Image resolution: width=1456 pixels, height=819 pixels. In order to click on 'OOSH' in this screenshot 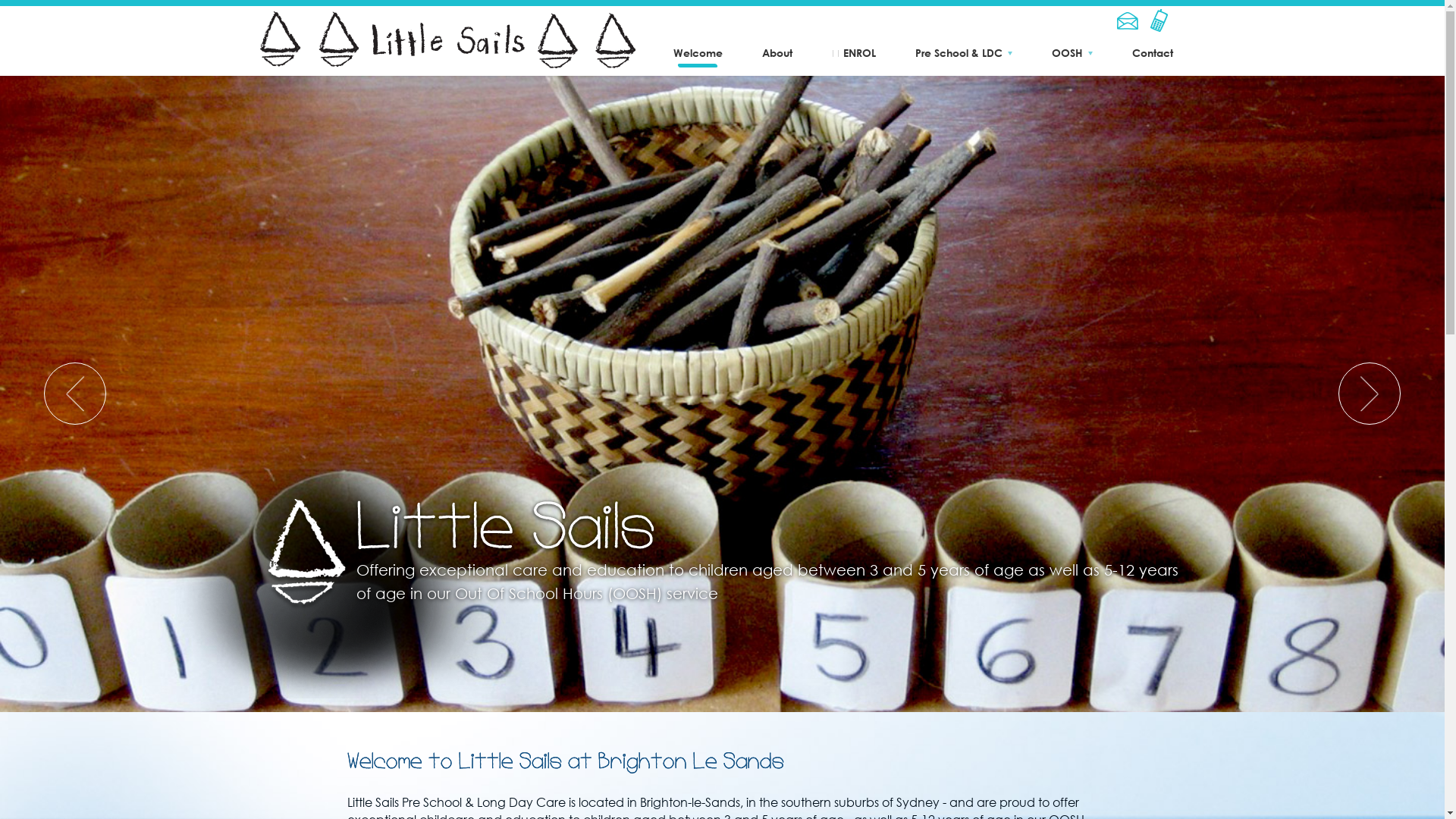, I will do `click(1070, 52)`.